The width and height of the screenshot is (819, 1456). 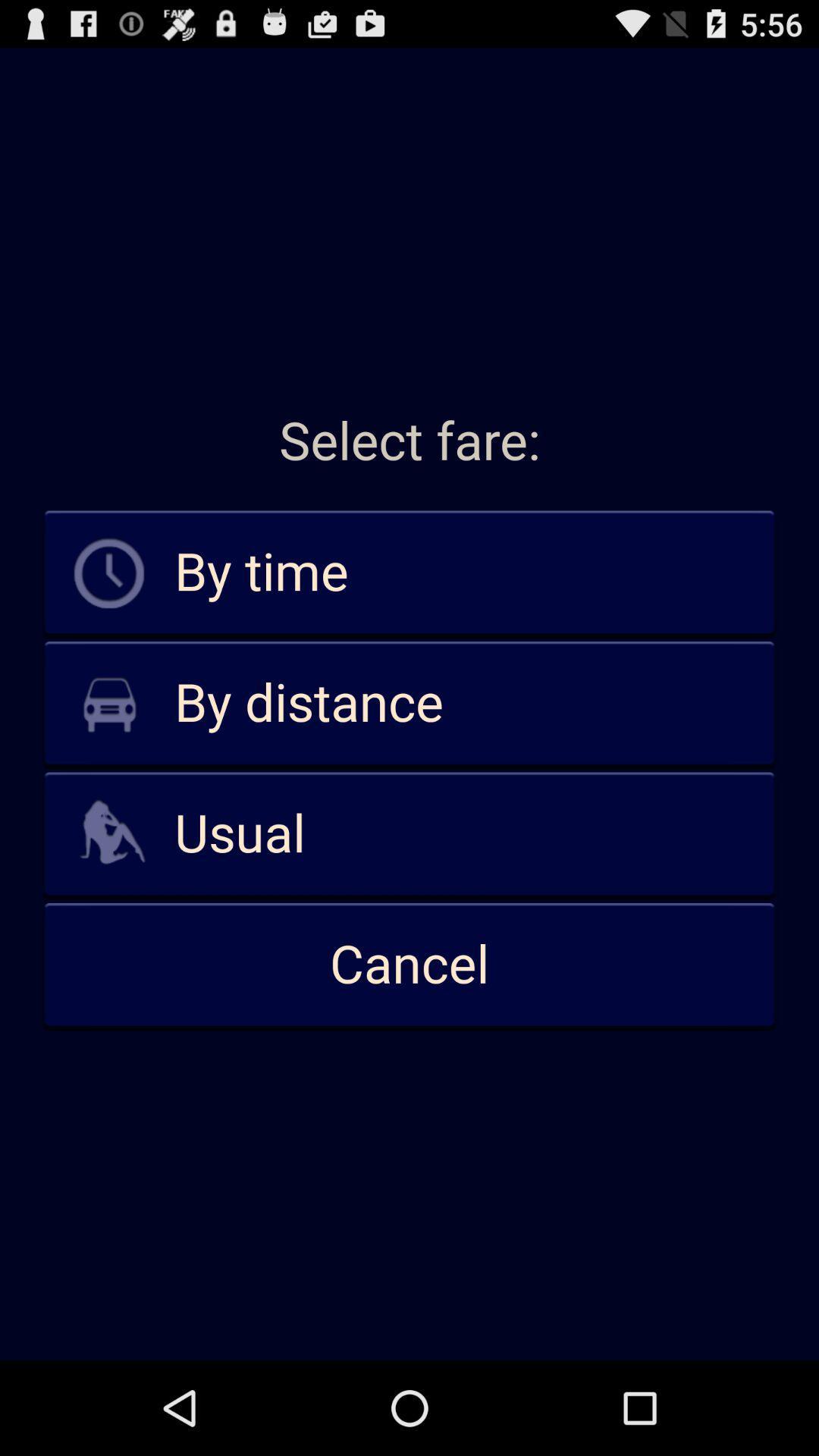 What do you see at coordinates (409, 965) in the screenshot?
I see `icon below the usual icon` at bounding box center [409, 965].